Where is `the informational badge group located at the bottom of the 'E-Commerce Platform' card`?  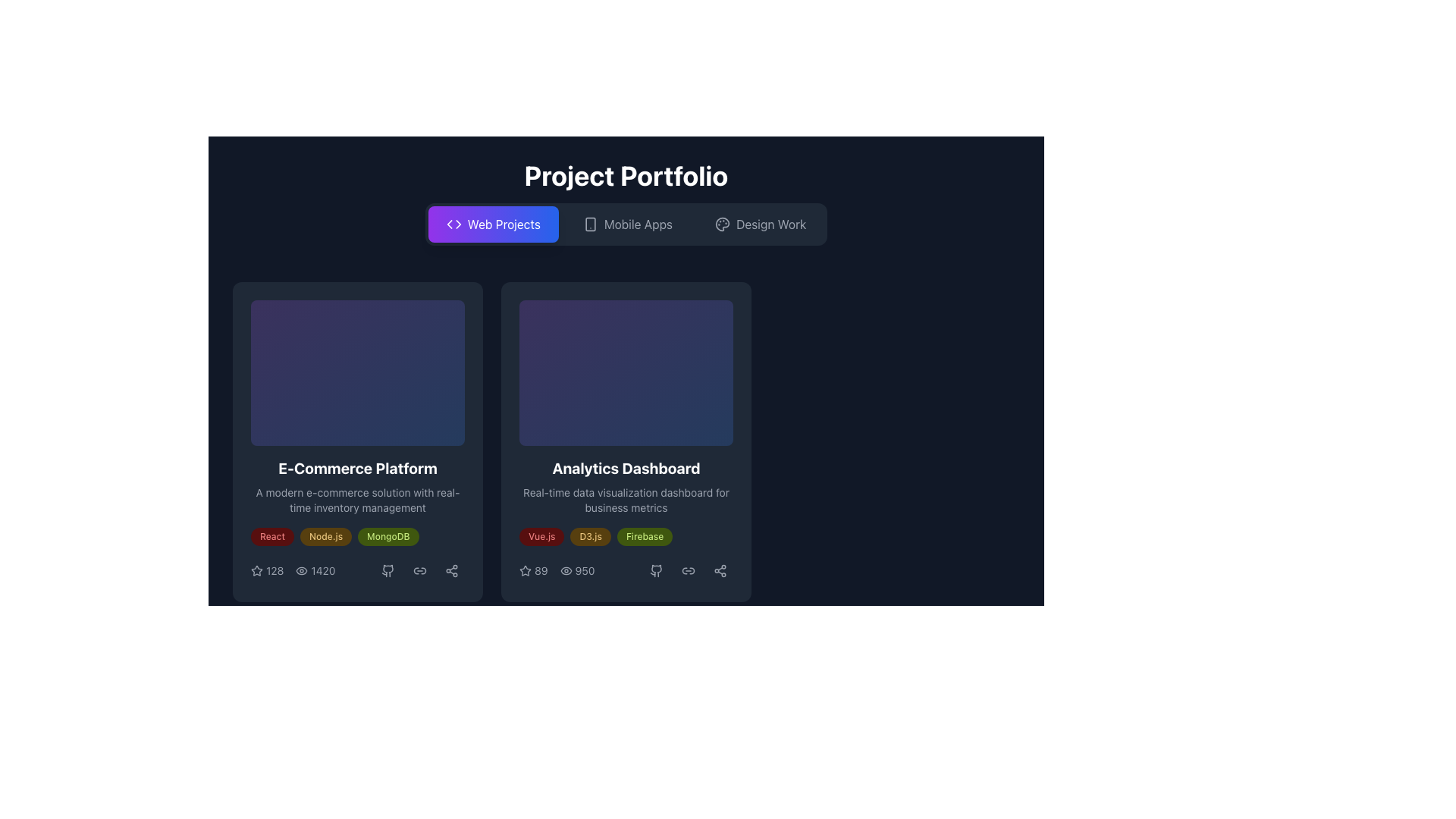 the informational badge group located at the bottom of the 'E-Commerce Platform' card is located at coordinates (356, 536).